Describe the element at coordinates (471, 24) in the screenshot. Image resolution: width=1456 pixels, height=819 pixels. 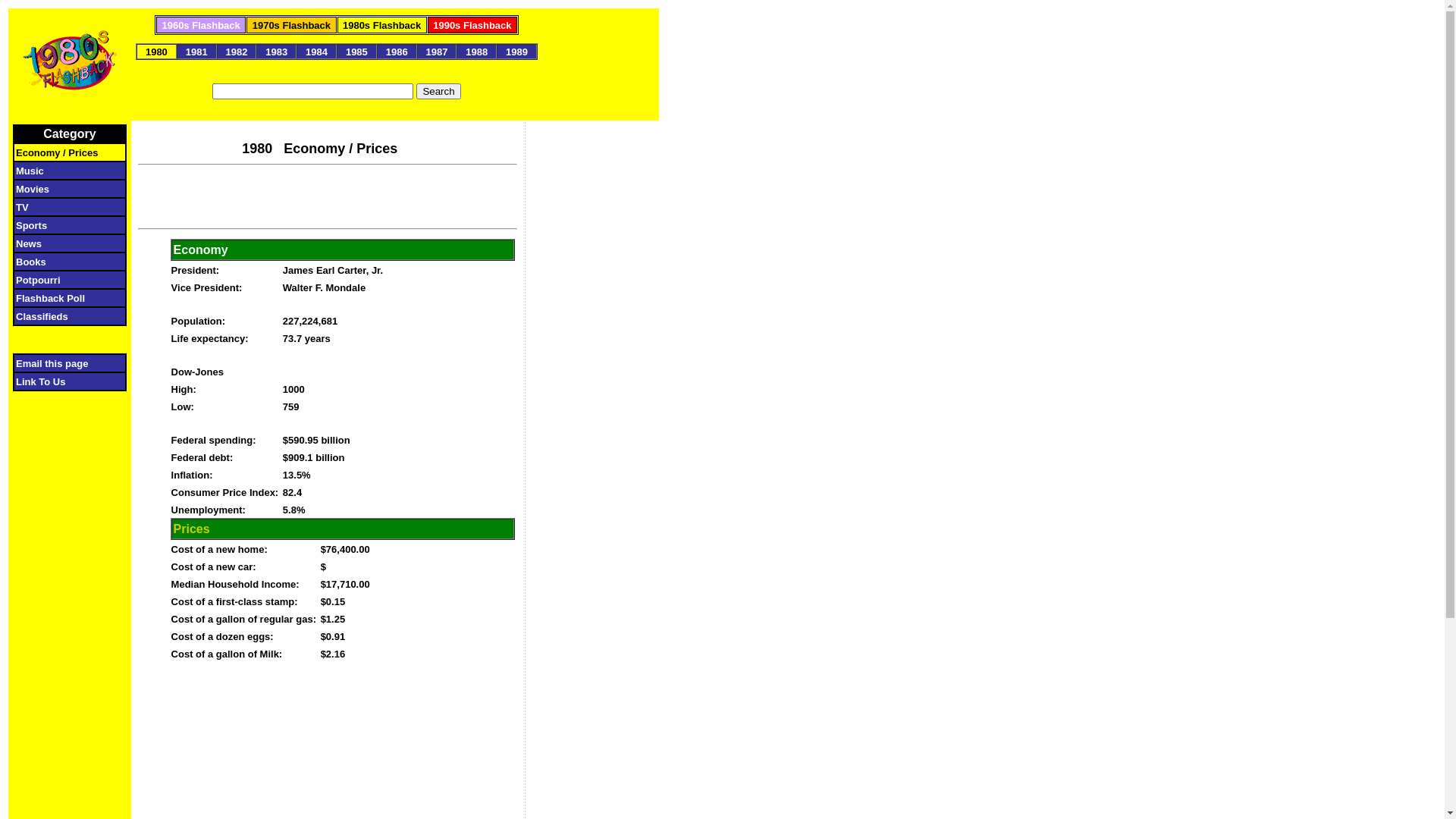
I see `'1990s Flashback'` at that location.